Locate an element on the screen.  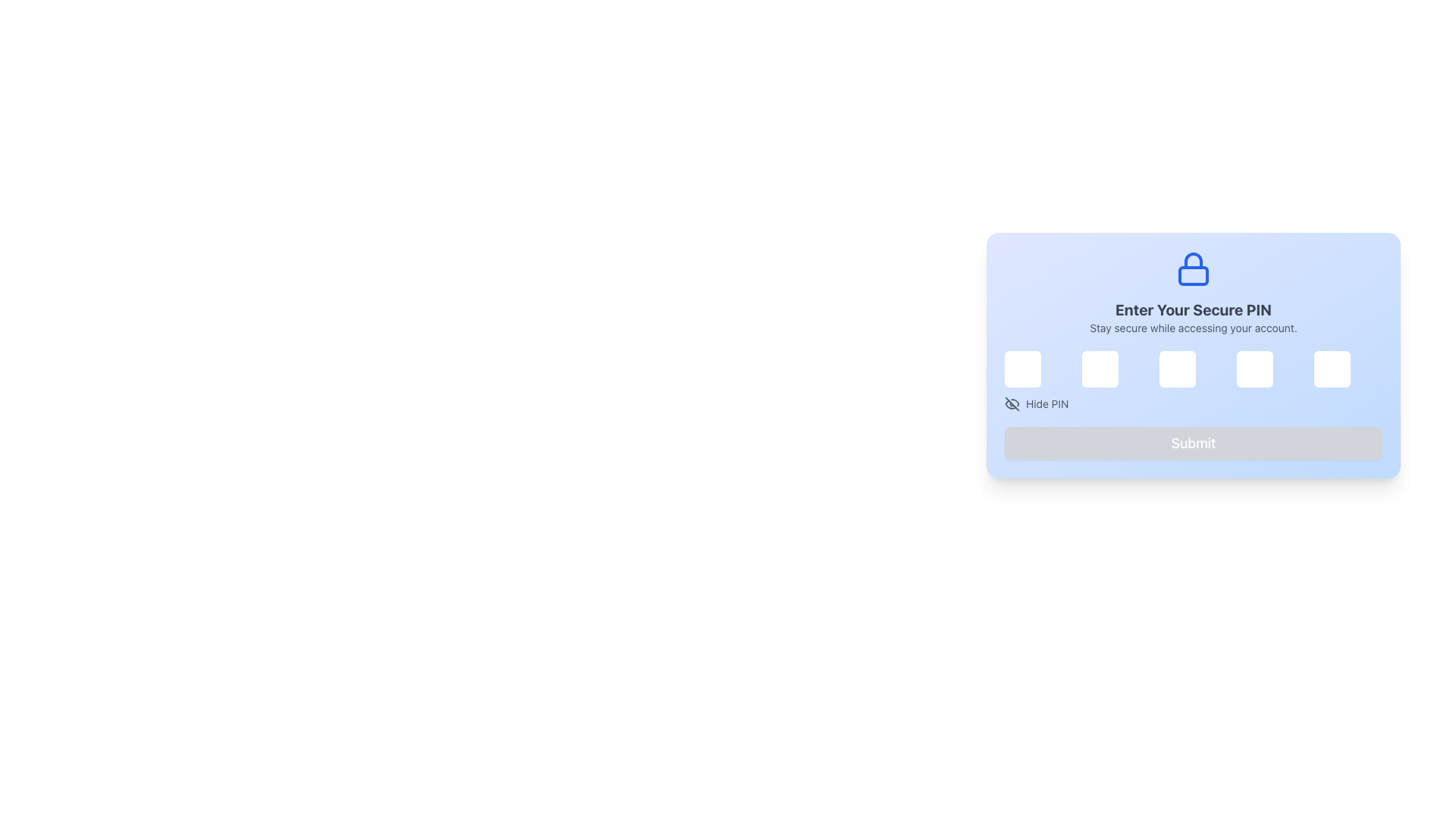
the text label displaying 'Stay secure while accessing your account.' which is positioned below the prompt 'Enter Your Secure PIN' is located at coordinates (1193, 327).